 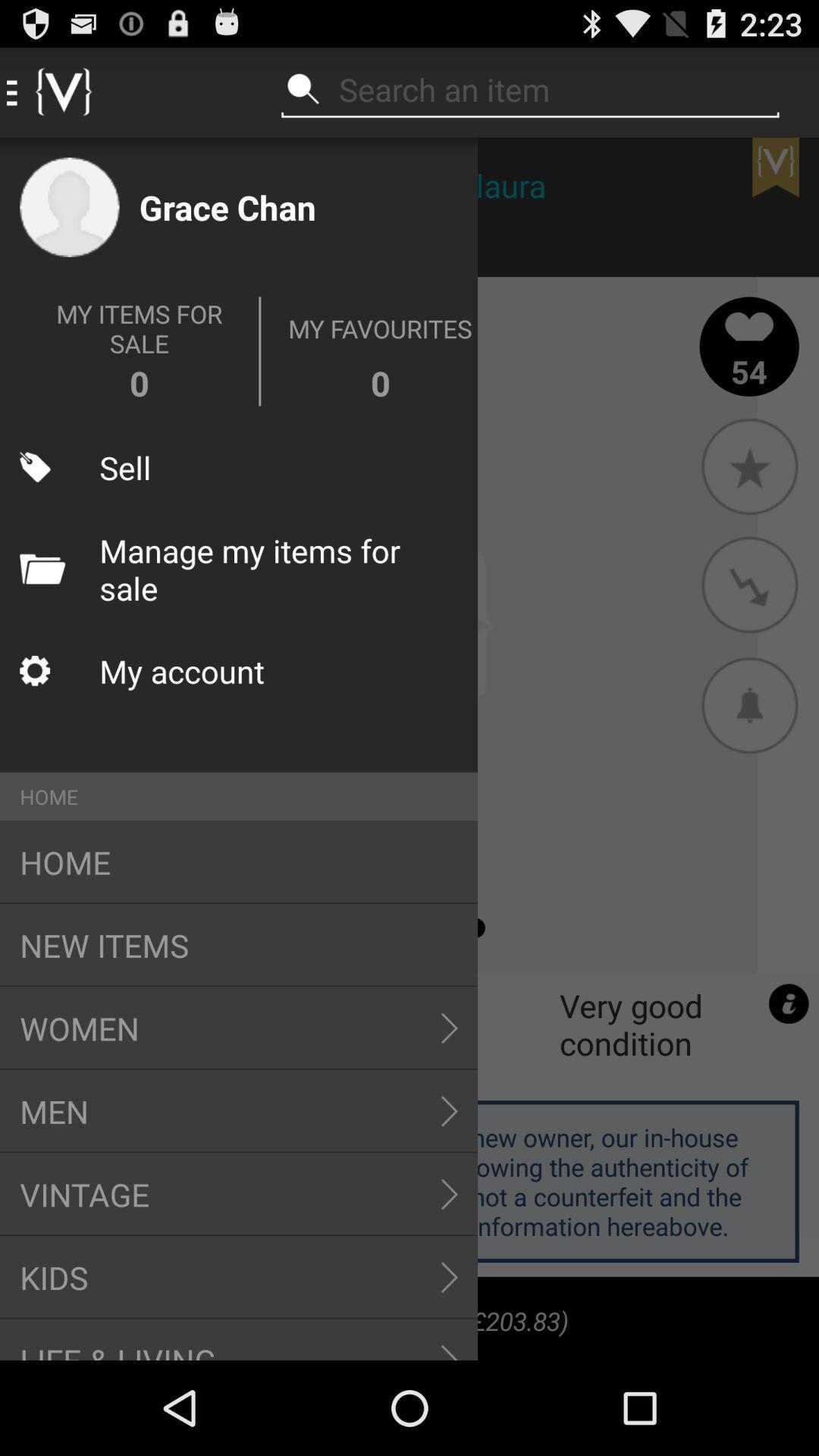 What do you see at coordinates (748, 498) in the screenshot?
I see `the star icon` at bounding box center [748, 498].